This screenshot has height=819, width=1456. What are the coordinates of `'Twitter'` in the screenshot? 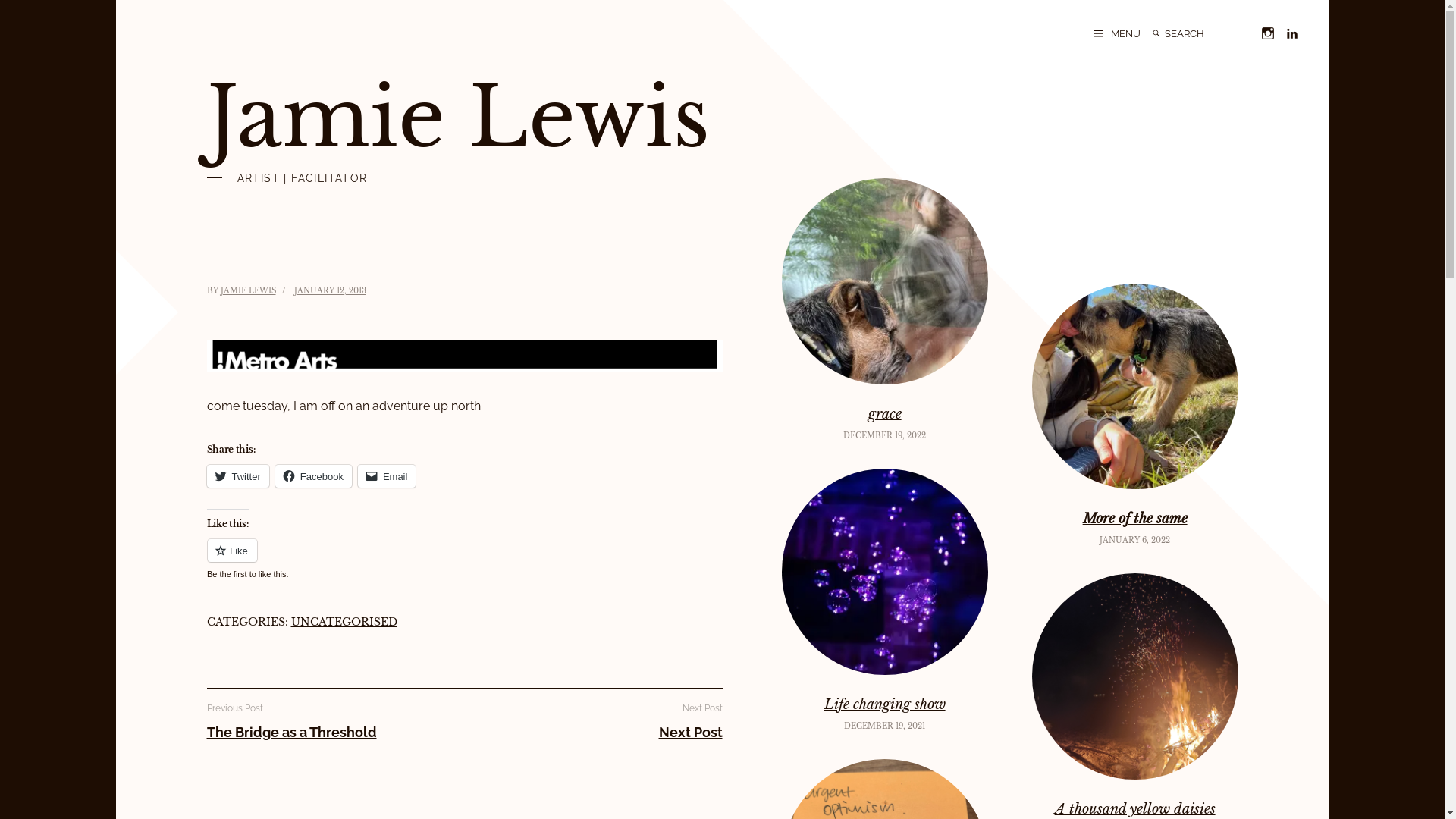 It's located at (236, 475).